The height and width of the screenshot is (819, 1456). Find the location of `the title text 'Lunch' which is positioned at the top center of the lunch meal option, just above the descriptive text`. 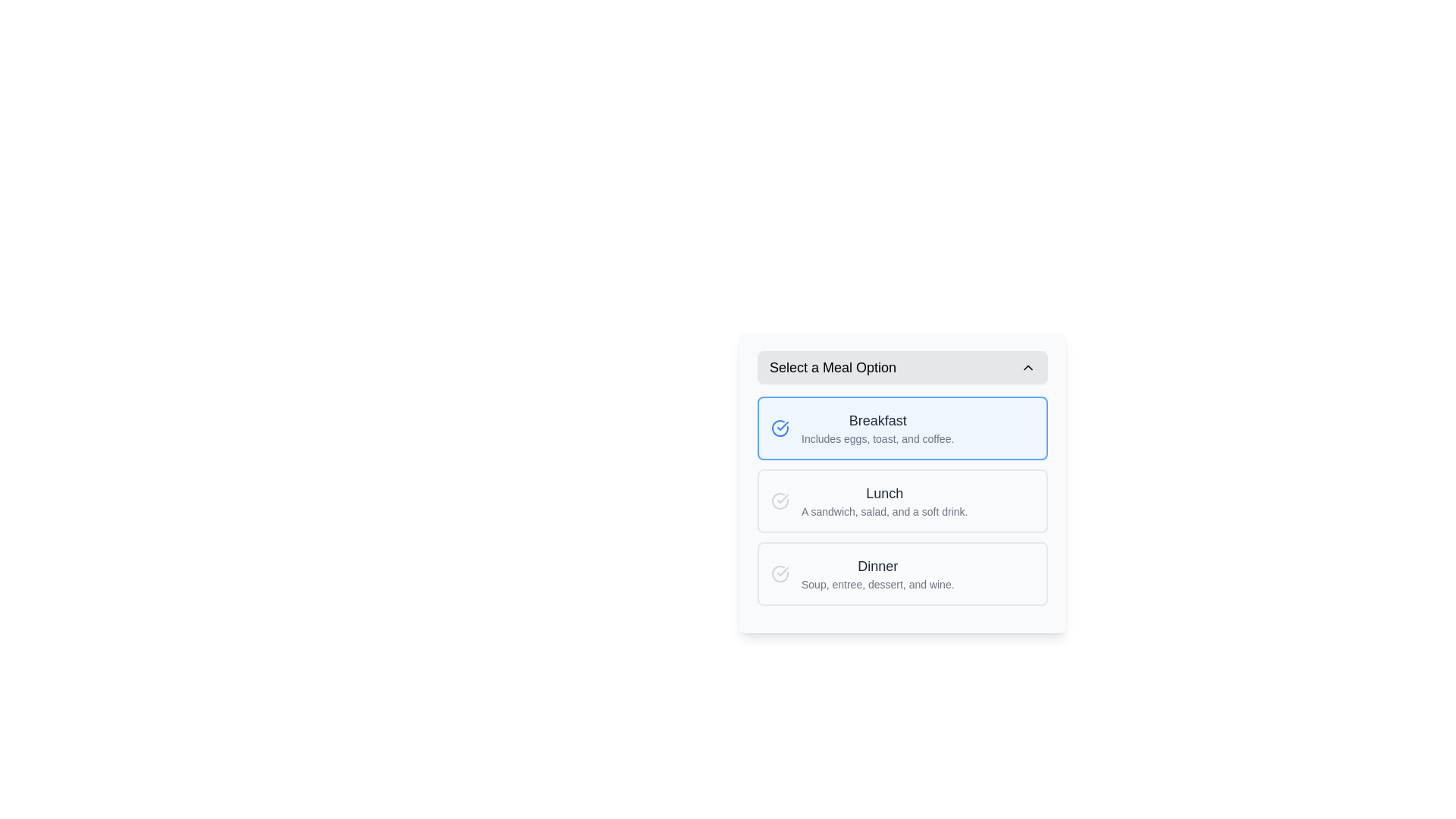

the title text 'Lunch' which is positioned at the top center of the lunch meal option, just above the descriptive text is located at coordinates (884, 494).